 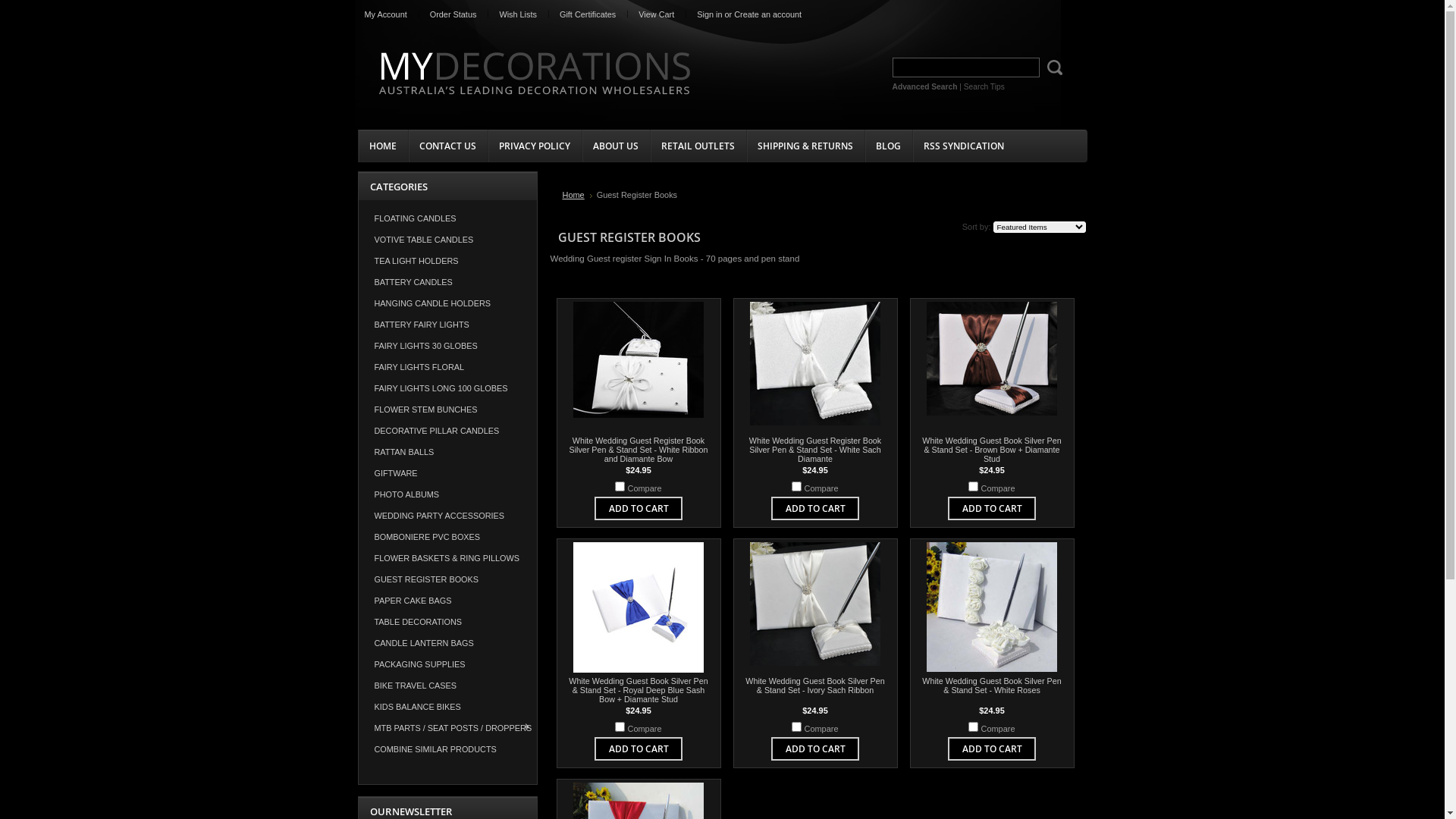 What do you see at coordinates (453, 14) in the screenshot?
I see `'Order Status'` at bounding box center [453, 14].